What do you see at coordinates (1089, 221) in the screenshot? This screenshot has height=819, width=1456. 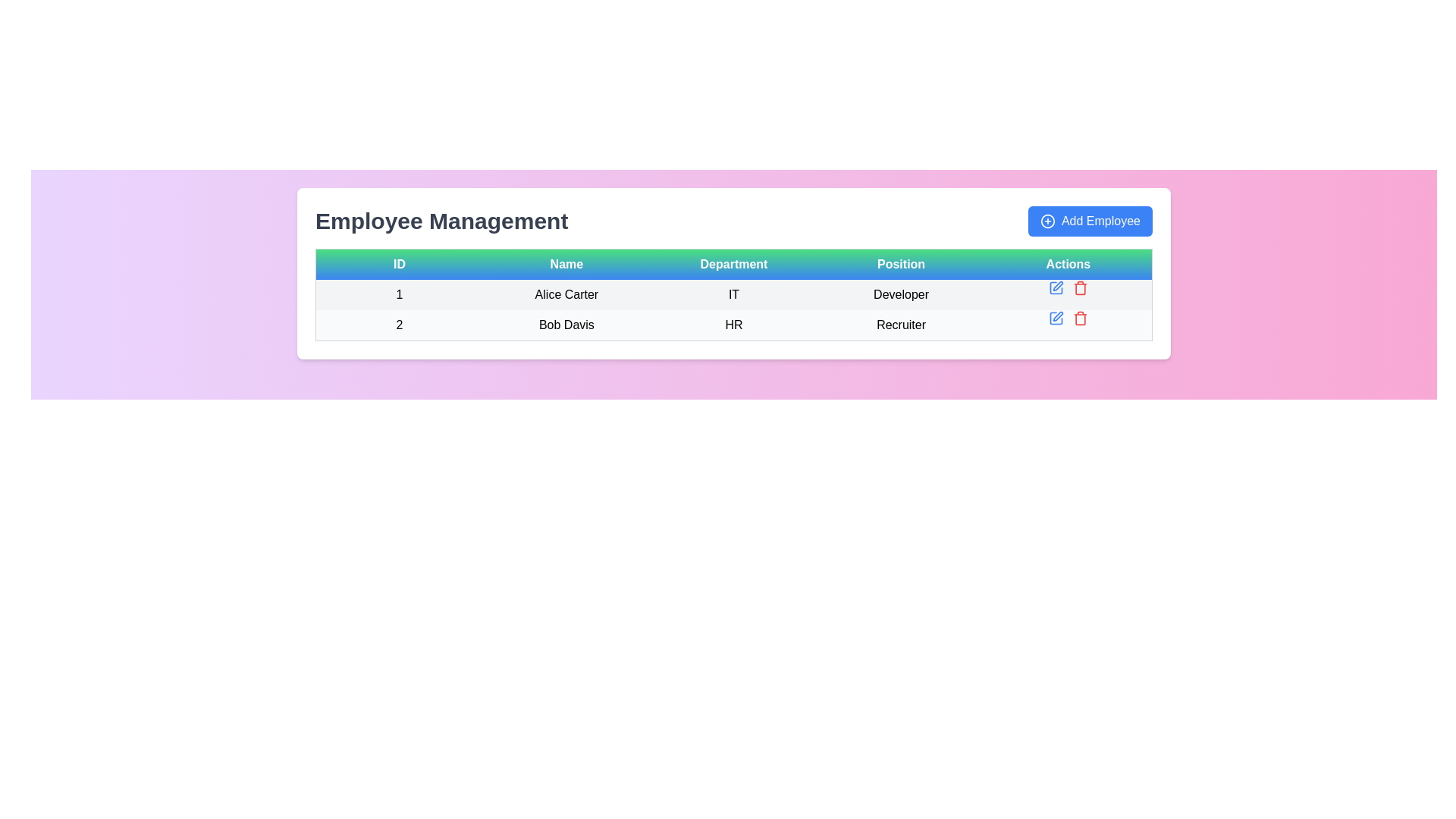 I see `the blue rectangular button labeled 'Add Employee'` at bounding box center [1089, 221].